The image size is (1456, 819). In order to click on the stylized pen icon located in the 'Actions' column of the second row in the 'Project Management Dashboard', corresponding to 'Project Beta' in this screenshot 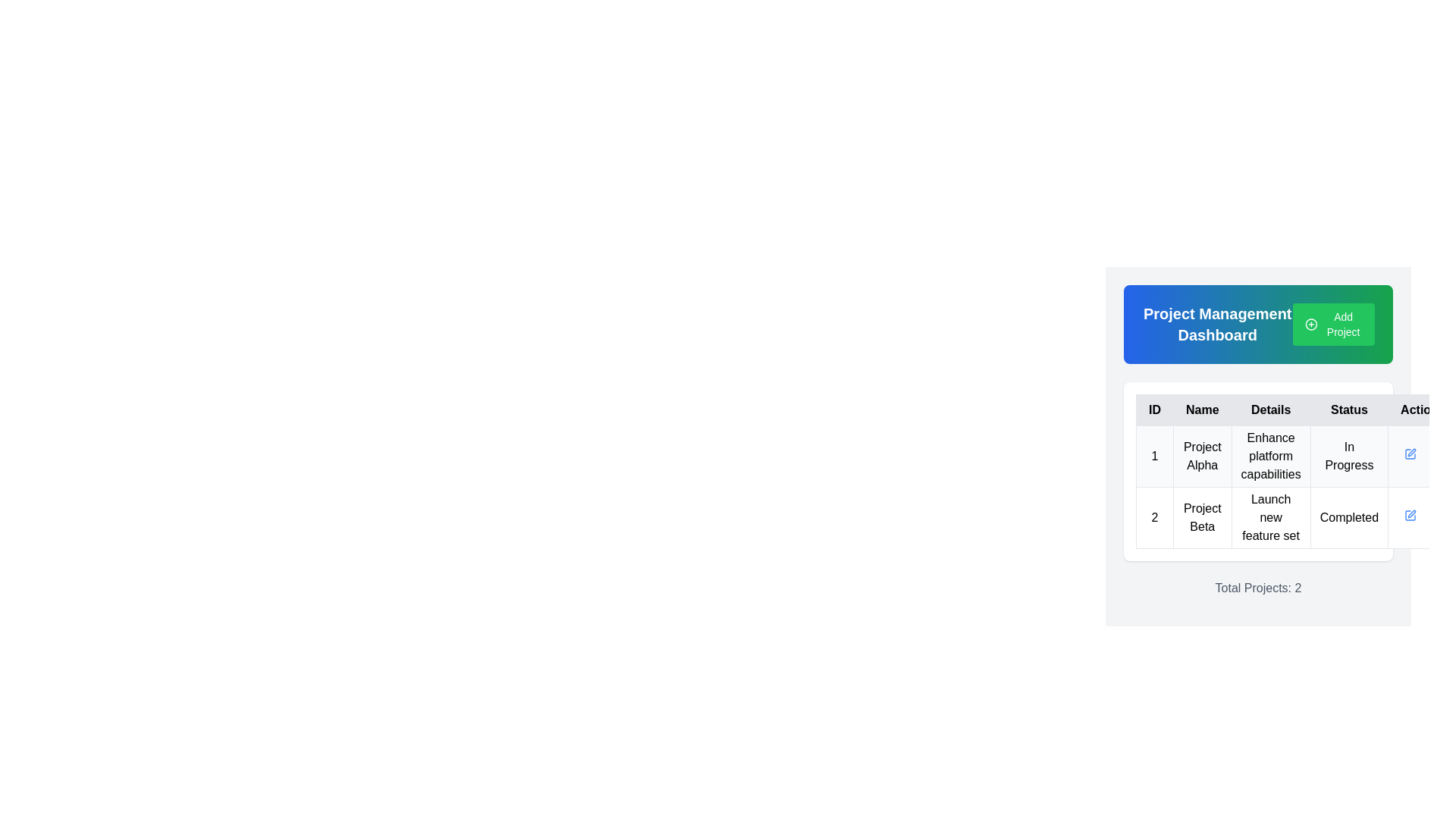, I will do `click(1411, 513)`.